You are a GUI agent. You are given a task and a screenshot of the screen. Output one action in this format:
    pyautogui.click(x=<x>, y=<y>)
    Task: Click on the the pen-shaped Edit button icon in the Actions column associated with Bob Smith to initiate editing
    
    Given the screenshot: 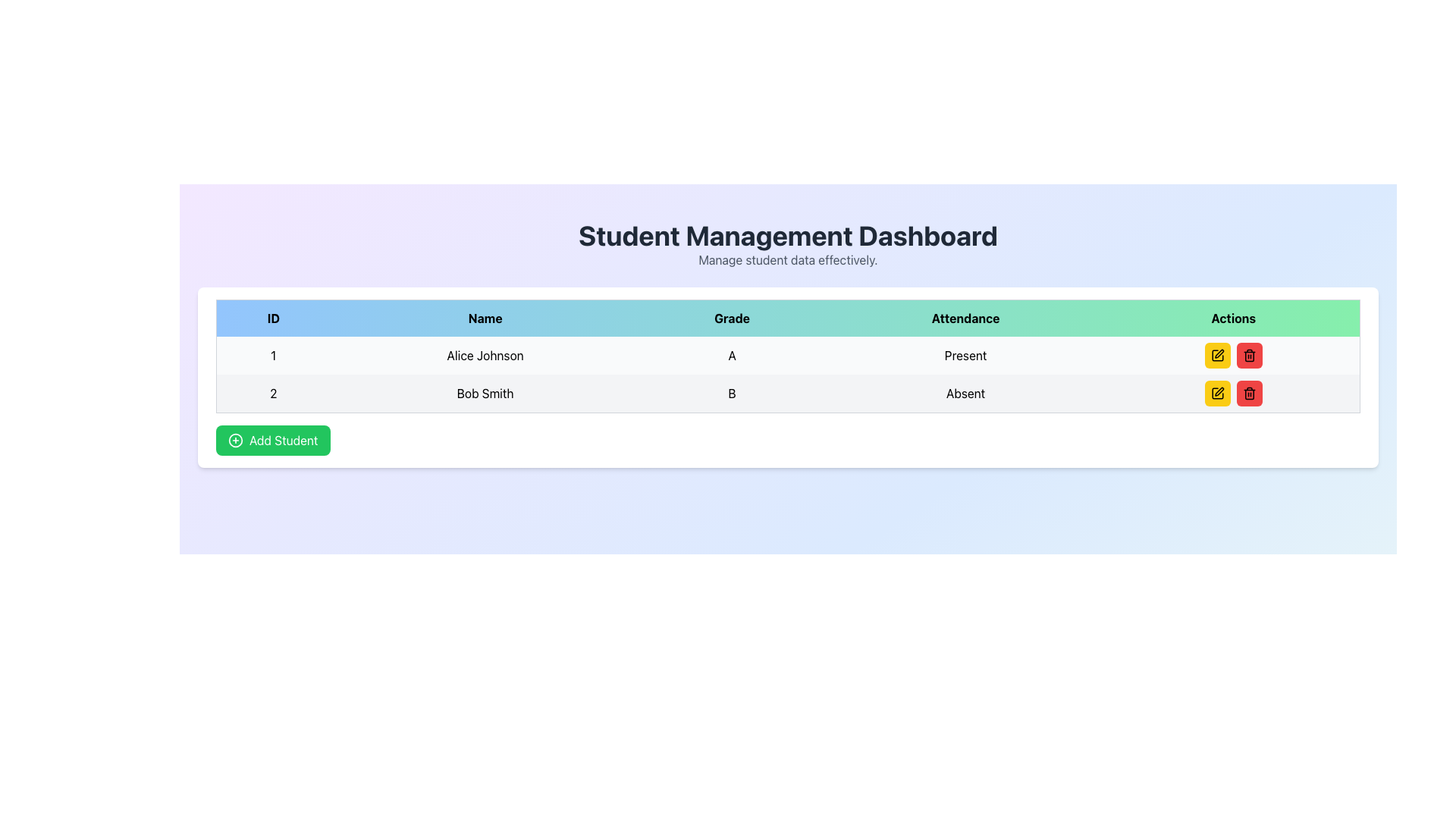 What is the action you would take?
    pyautogui.click(x=1219, y=353)
    